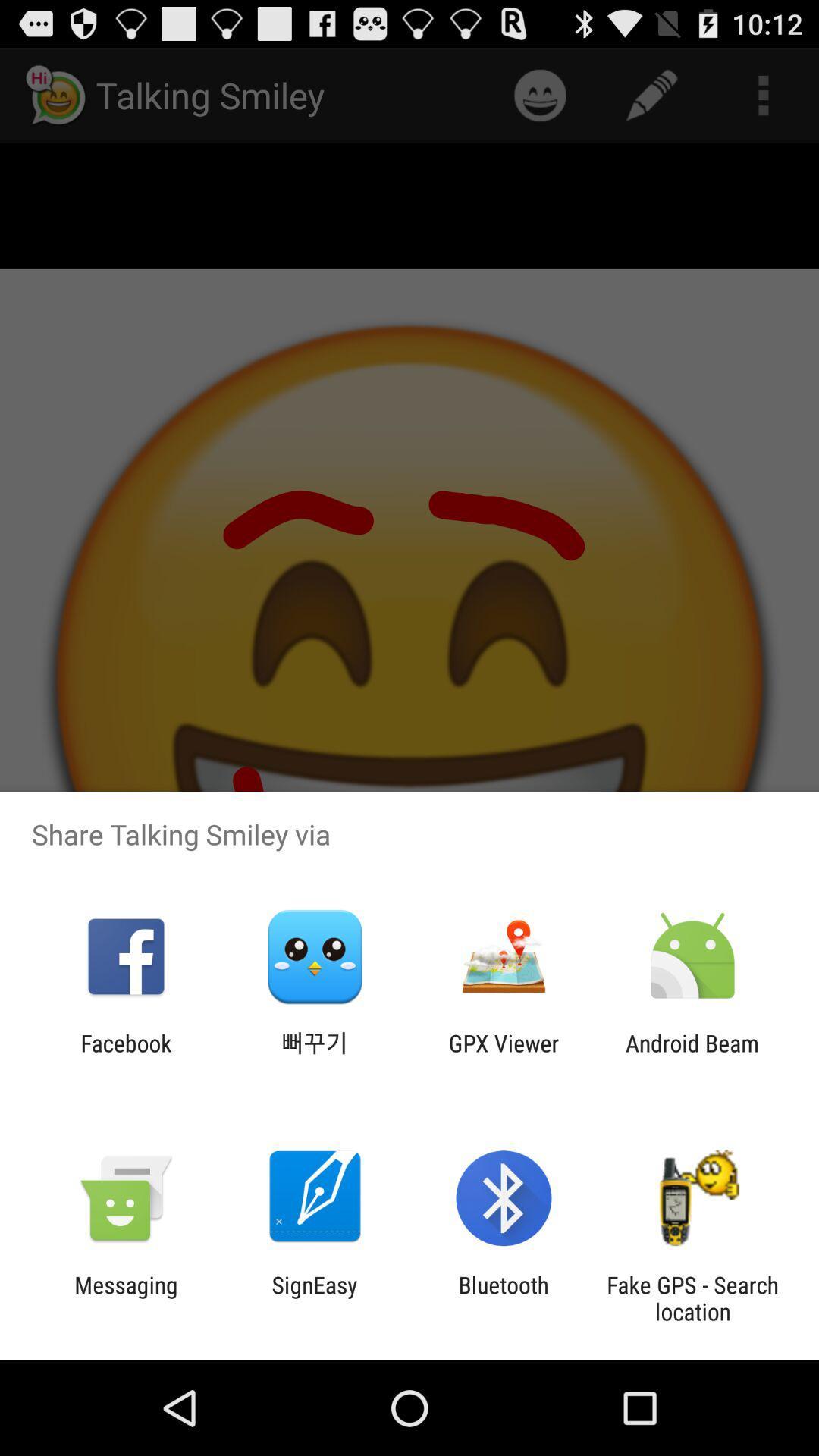 The height and width of the screenshot is (1456, 819). Describe the element at coordinates (314, 1298) in the screenshot. I see `the item to the left of the bluetooth item` at that location.